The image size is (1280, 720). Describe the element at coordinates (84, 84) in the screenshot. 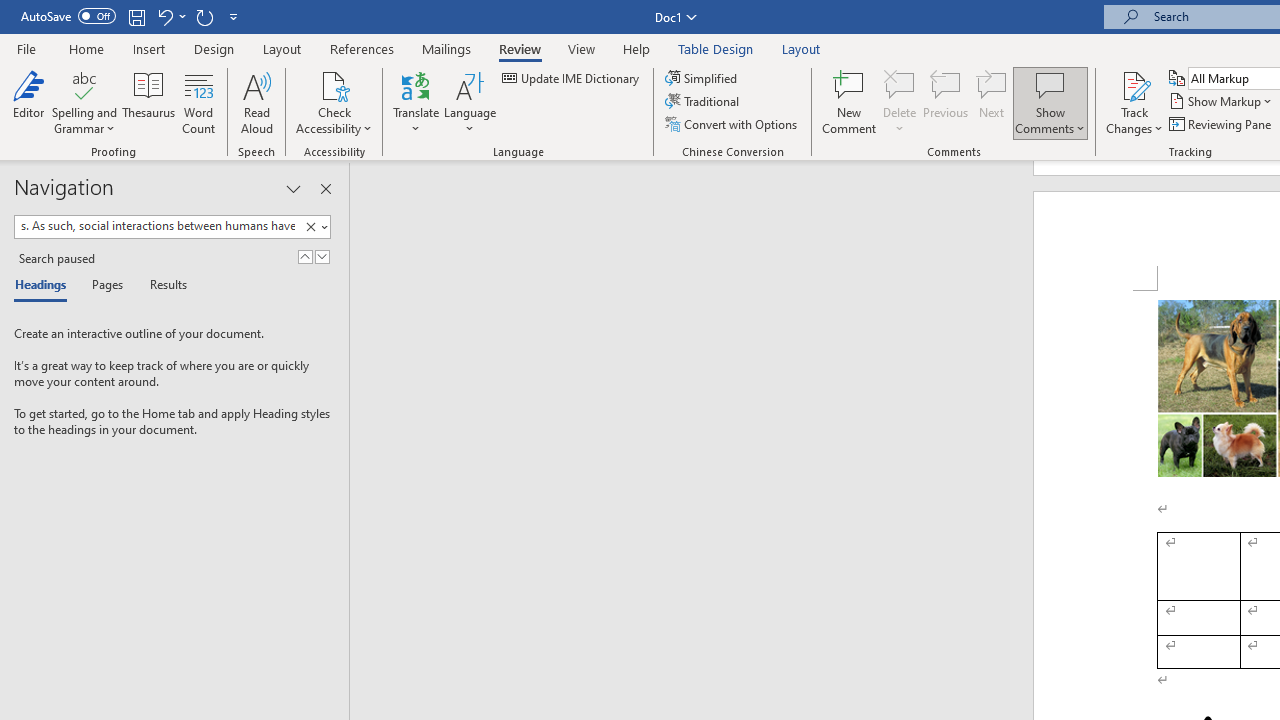

I see `'Spelling and Grammar'` at that location.